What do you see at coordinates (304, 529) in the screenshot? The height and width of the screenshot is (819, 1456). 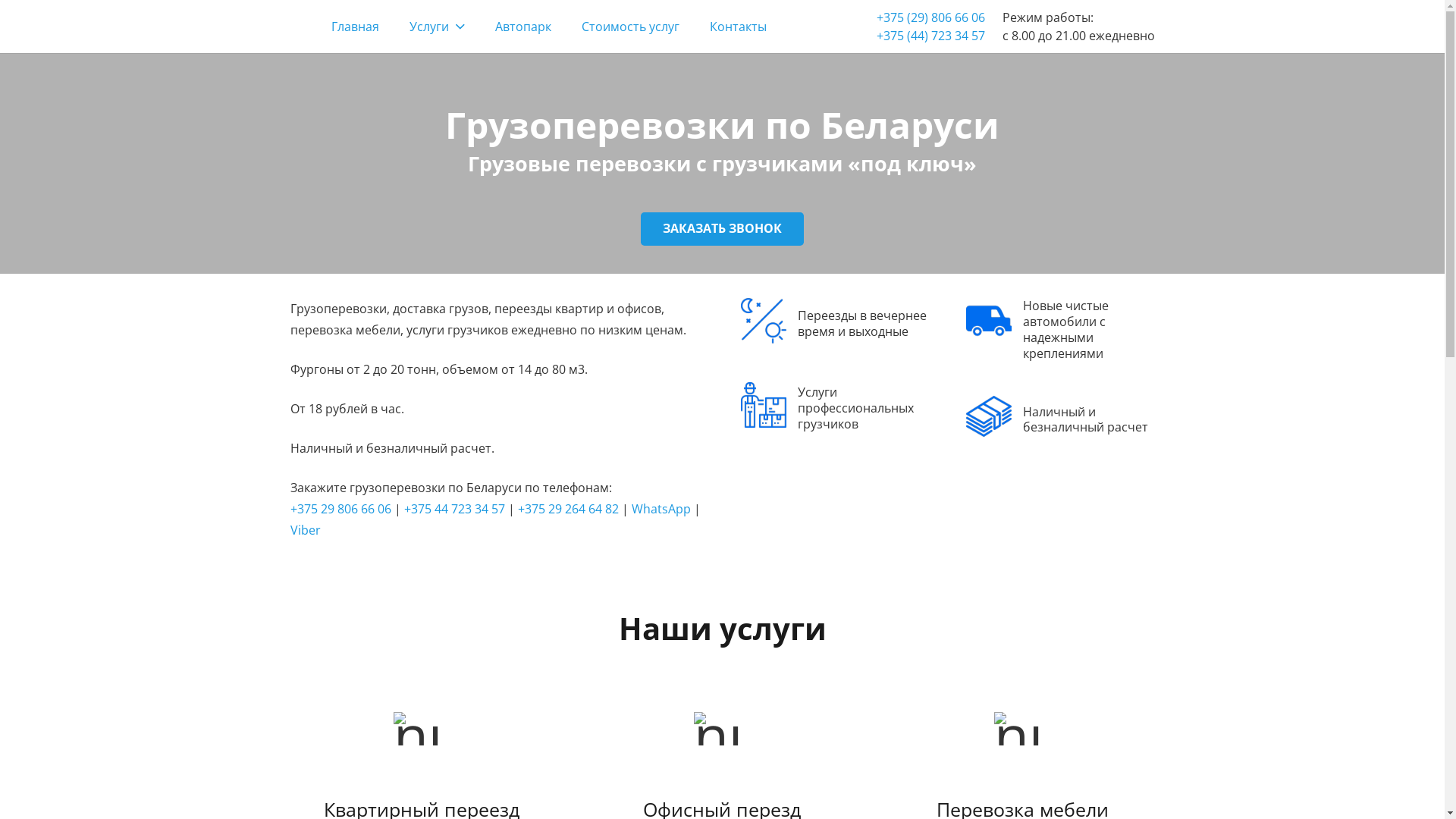 I see `'Viber'` at bounding box center [304, 529].